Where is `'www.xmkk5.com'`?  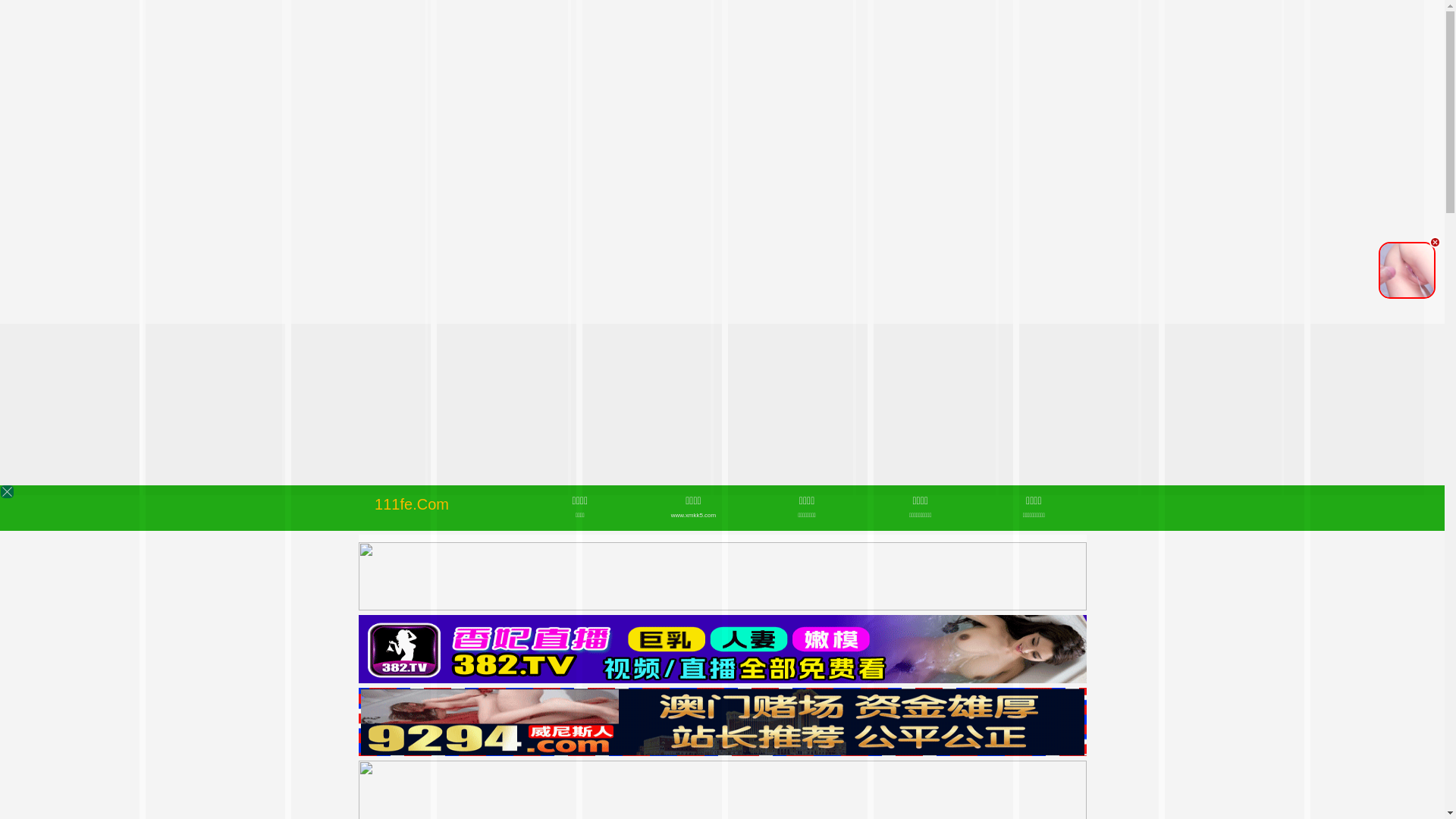
'www.xmkk5.com' is located at coordinates (693, 514).